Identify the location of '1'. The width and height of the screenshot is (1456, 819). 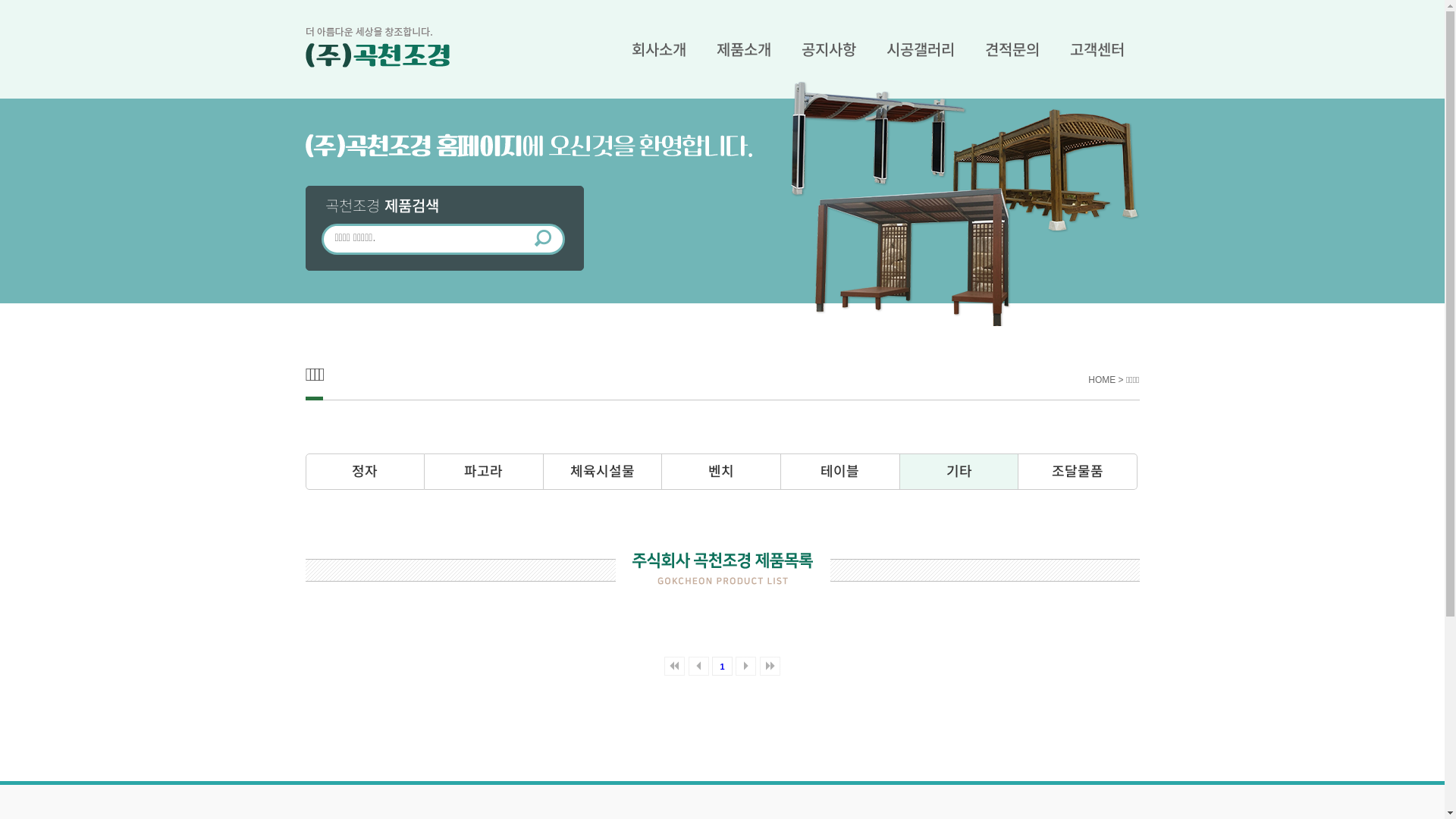
(721, 665).